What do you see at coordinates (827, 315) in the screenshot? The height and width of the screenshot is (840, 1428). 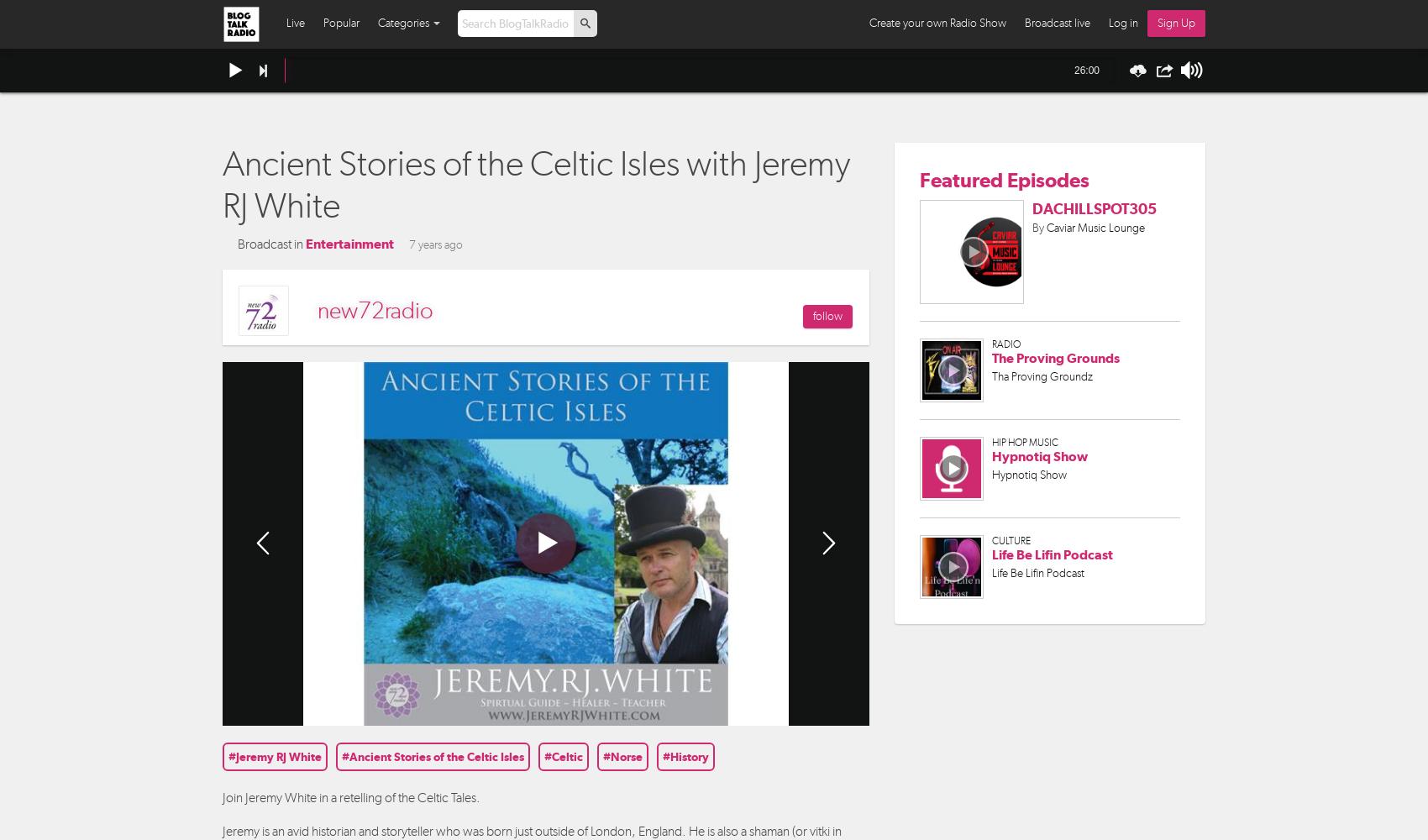 I see `'follow'` at bounding box center [827, 315].